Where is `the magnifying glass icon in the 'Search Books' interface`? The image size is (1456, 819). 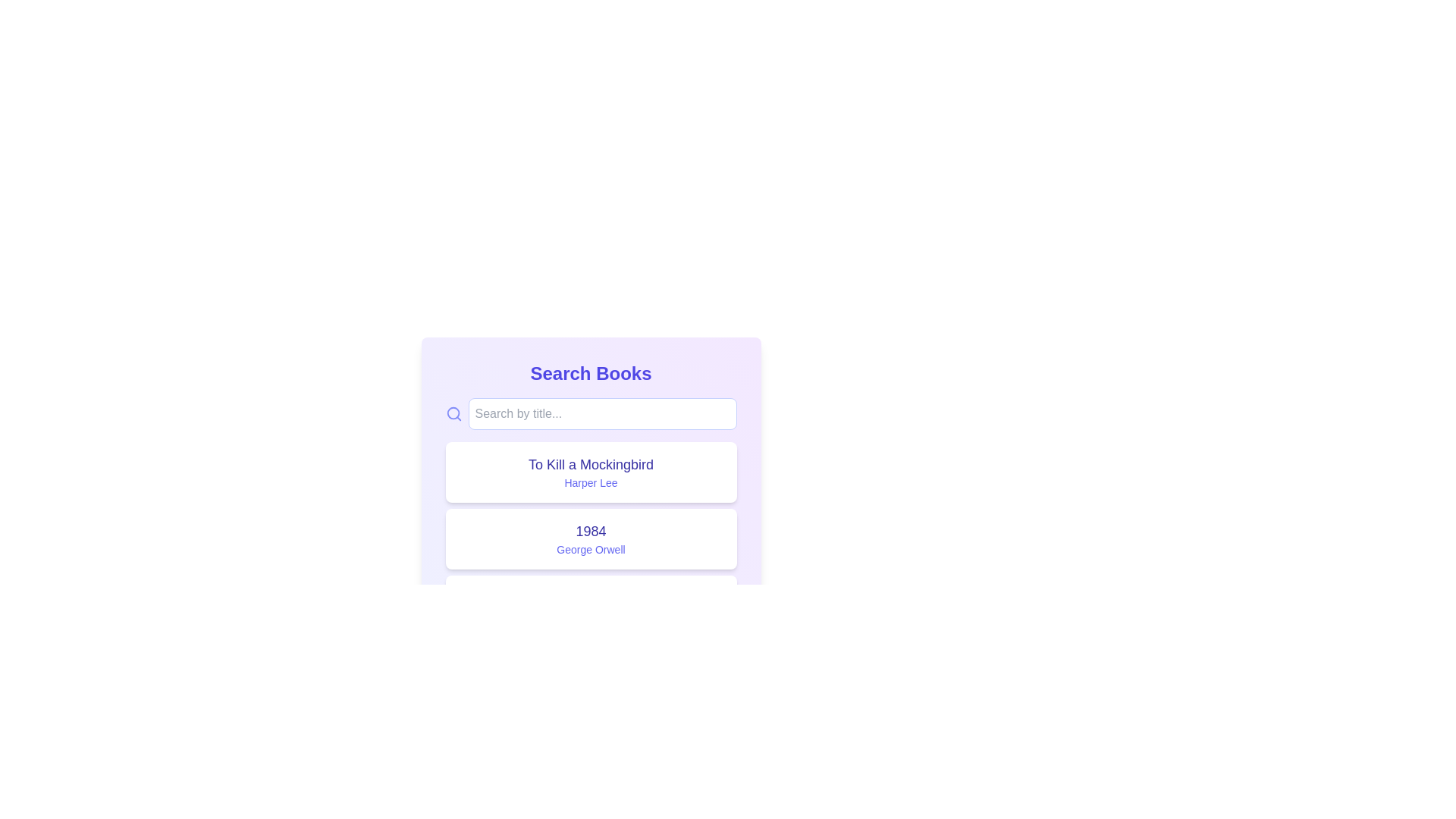 the magnifying glass icon in the 'Search Books' interface is located at coordinates (453, 414).